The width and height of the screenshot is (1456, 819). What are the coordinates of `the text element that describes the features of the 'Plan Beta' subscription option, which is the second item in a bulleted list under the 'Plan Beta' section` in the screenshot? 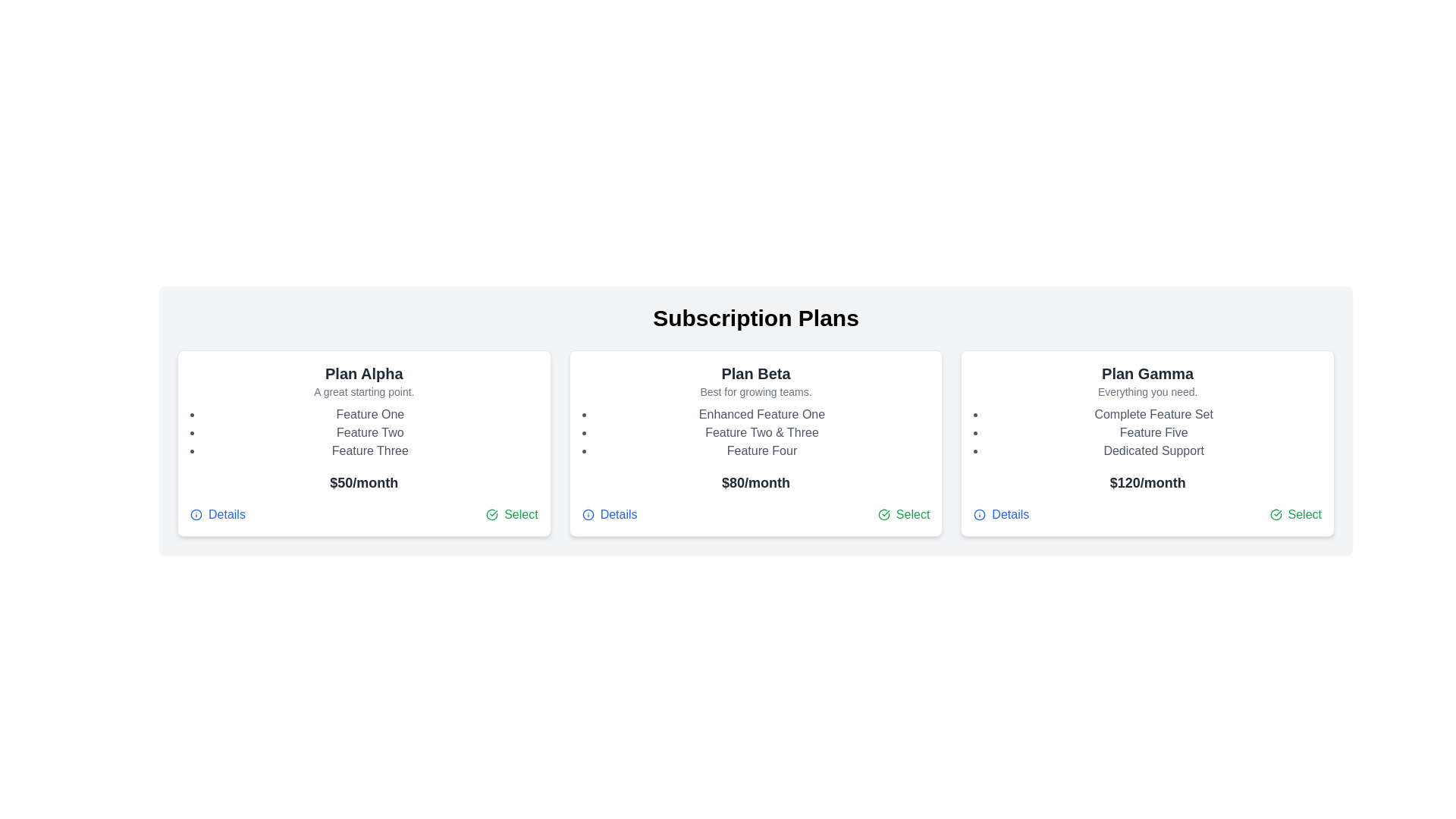 It's located at (761, 432).